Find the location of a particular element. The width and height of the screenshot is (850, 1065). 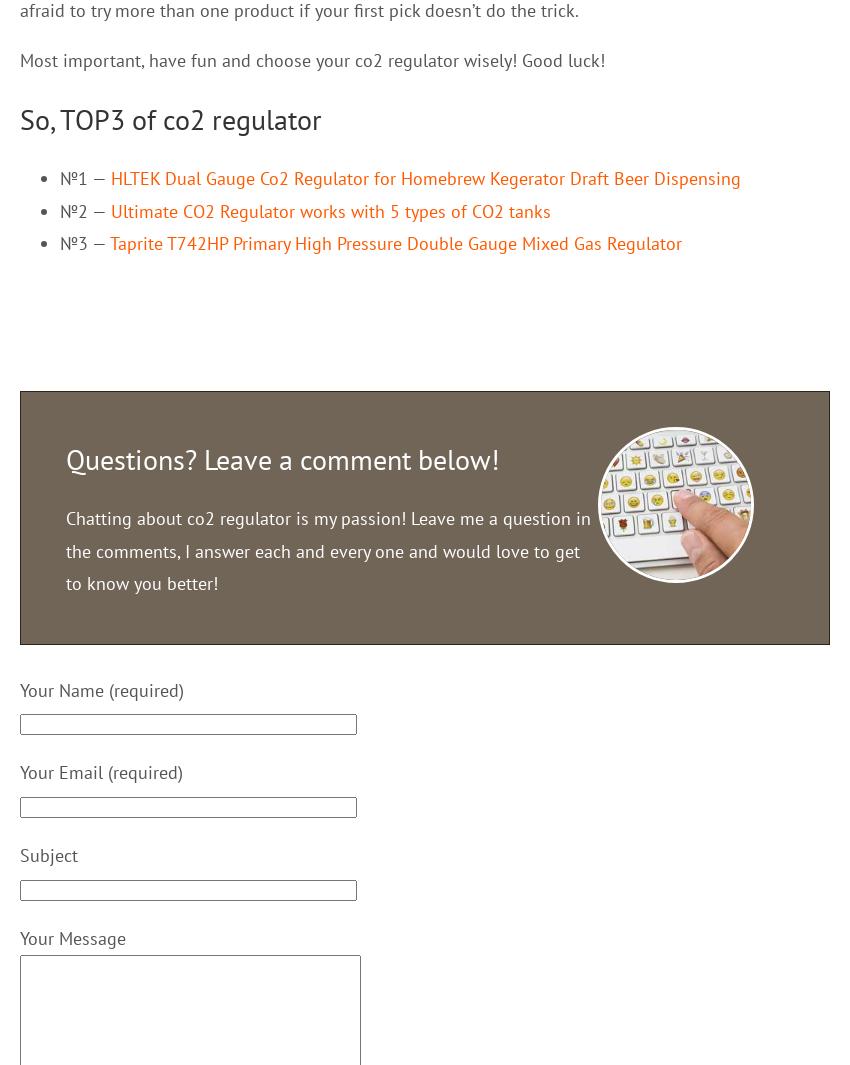

'Most important, have fun and choose your co2 regulator wisely! Good luck!' is located at coordinates (312, 59).